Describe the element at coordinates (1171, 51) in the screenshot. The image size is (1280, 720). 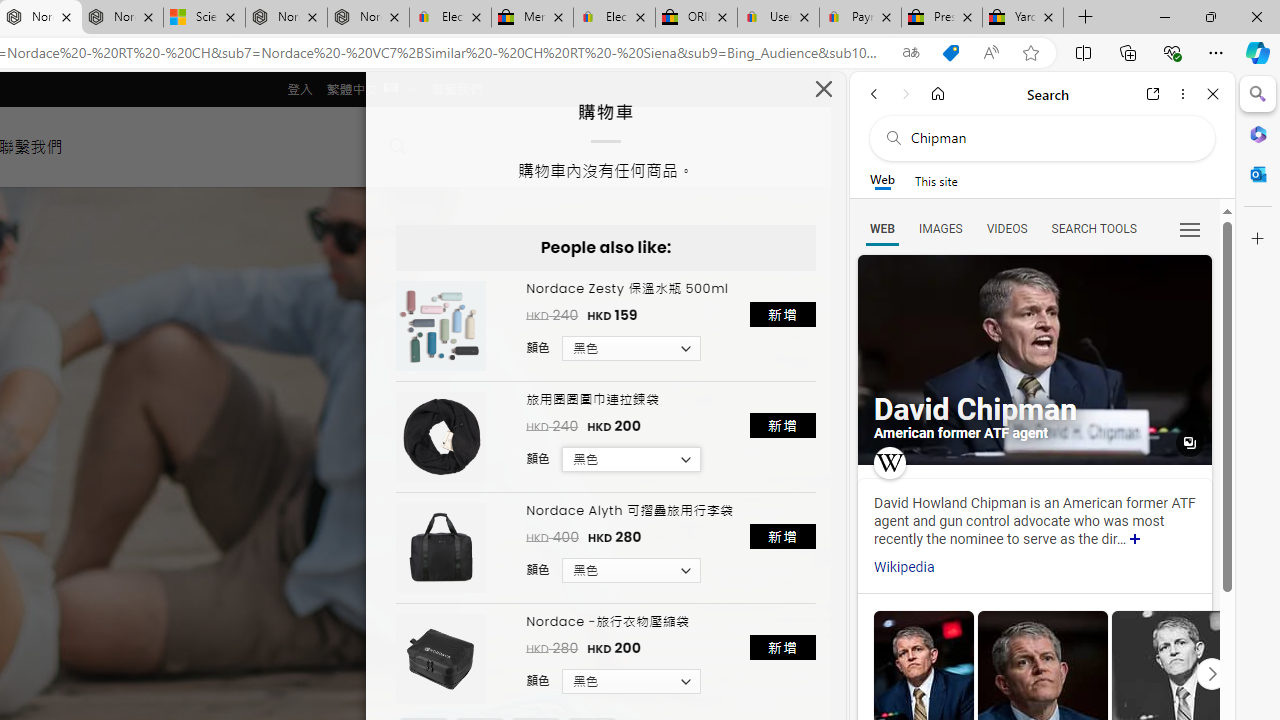
I see `'Browser essentials'` at that location.